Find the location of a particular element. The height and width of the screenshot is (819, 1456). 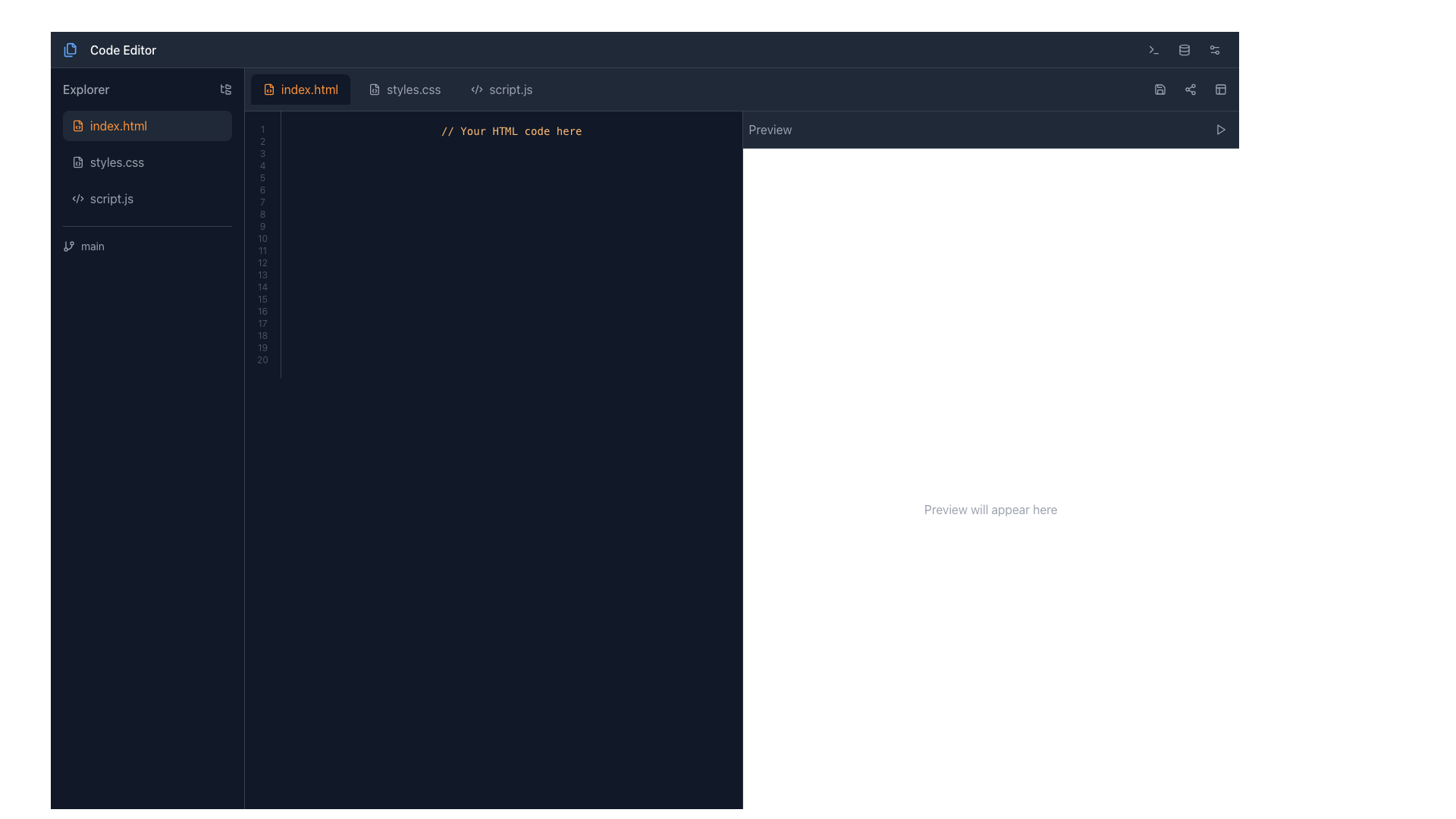

the settings button located at the top-right corner of the interface, which is the last item in a row of three icons is located at coordinates (1215, 49).